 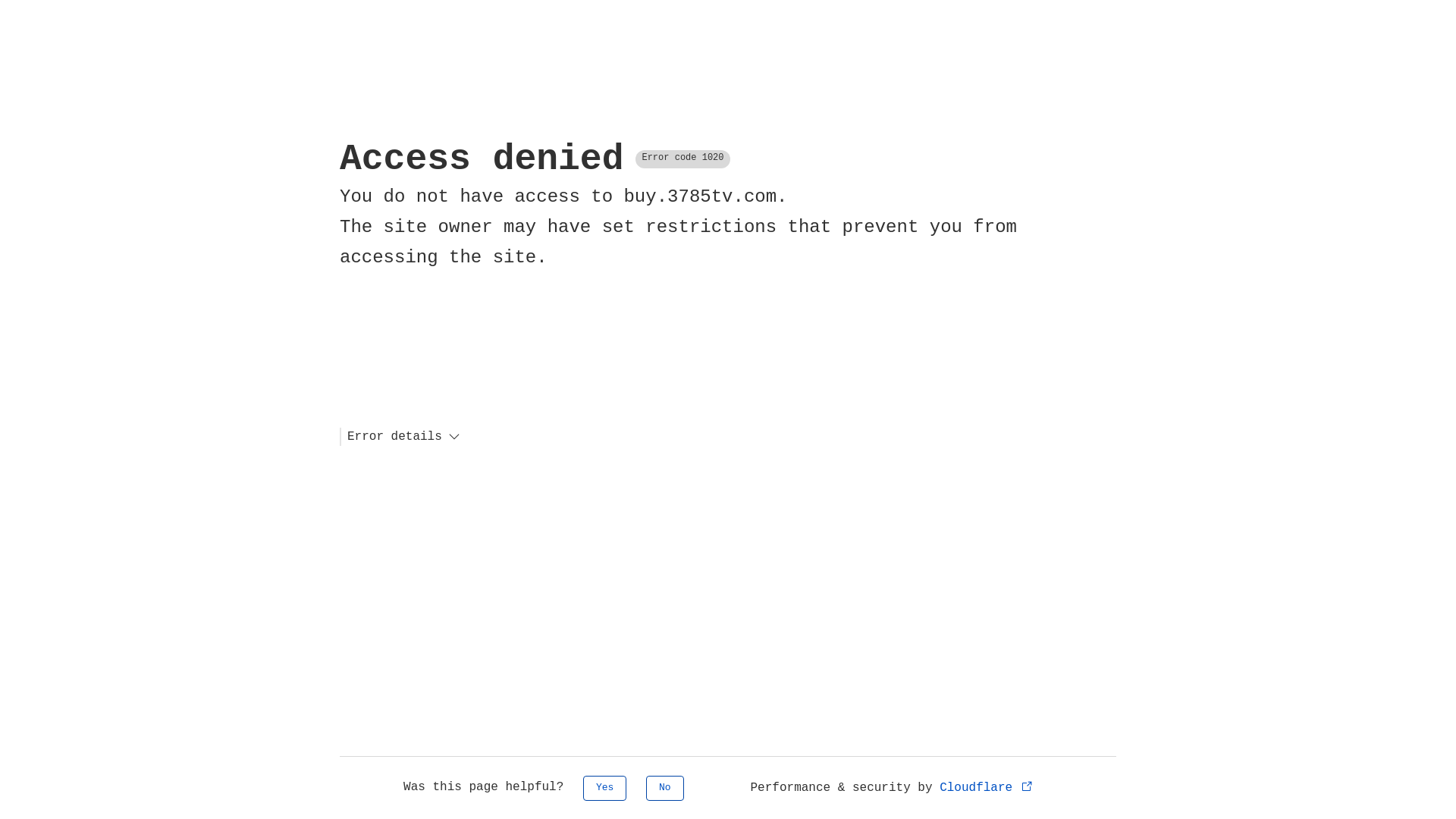 I want to click on 'Yes', so click(x=604, y=787).